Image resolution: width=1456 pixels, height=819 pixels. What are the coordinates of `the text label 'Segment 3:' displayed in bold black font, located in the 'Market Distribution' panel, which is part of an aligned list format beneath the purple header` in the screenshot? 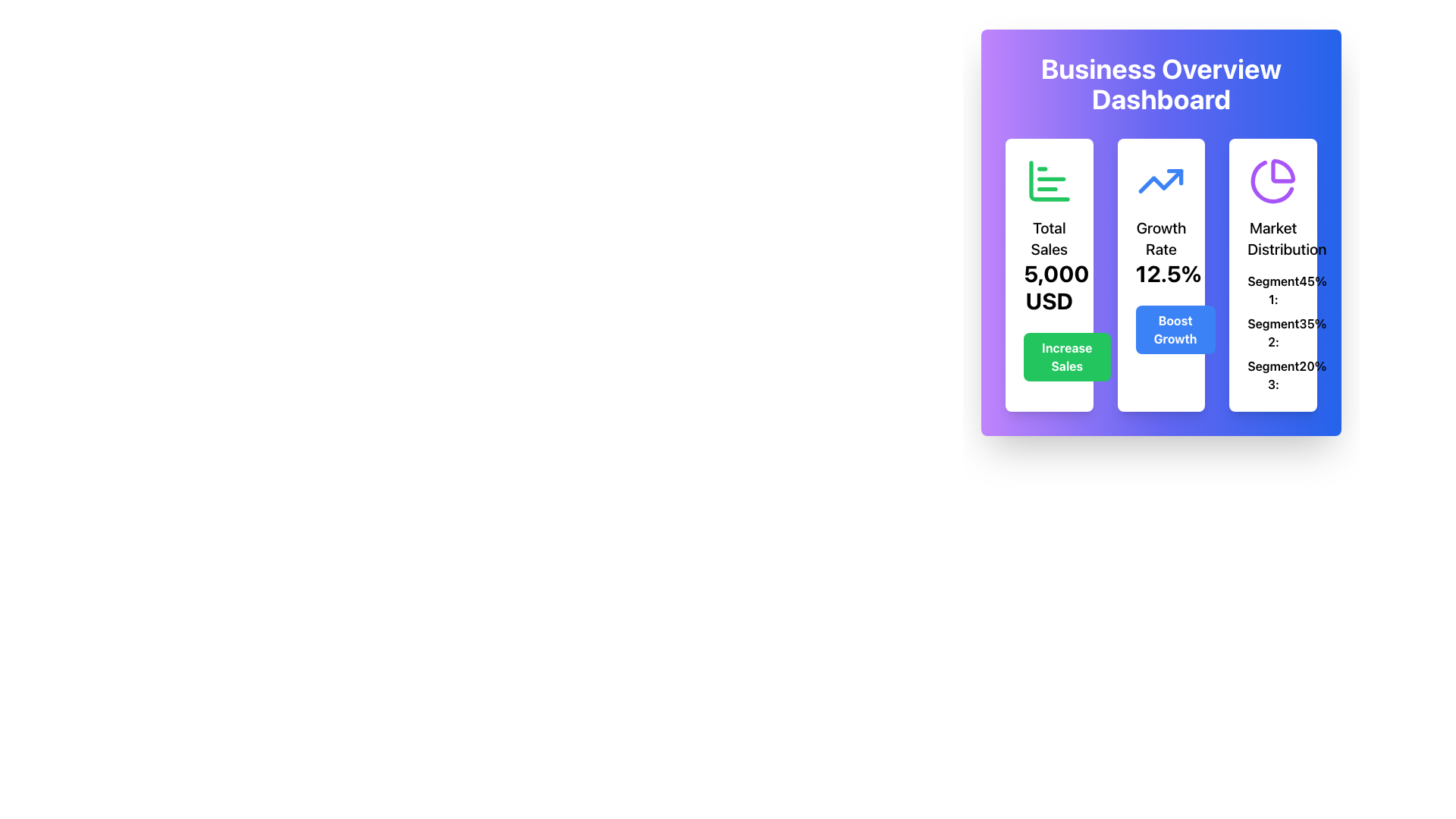 It's located at (1273, 375).